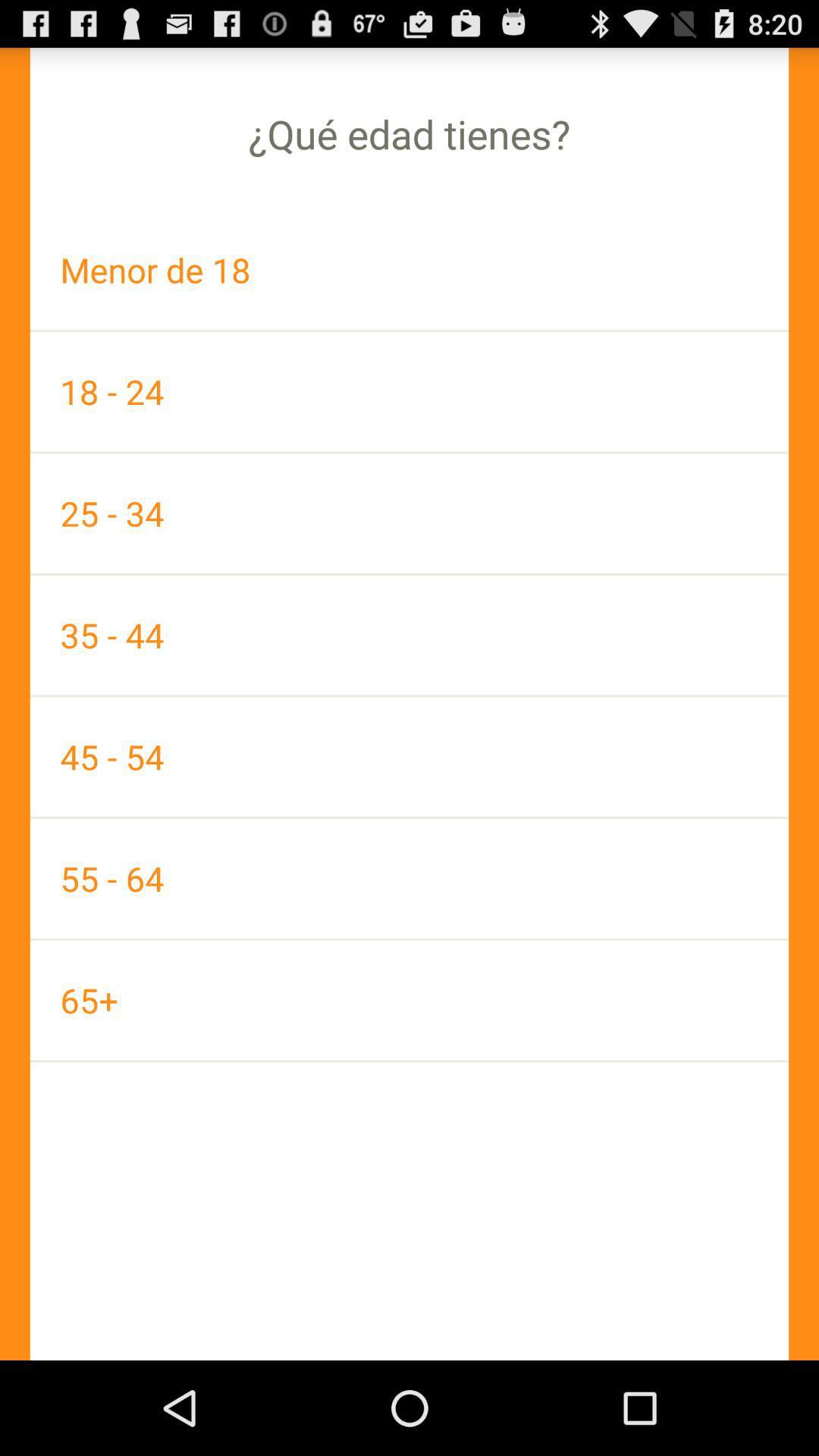 The width and height of the screenshot is (819, 1456). I want to click on the 55 - 64 app, so click(409, 878).